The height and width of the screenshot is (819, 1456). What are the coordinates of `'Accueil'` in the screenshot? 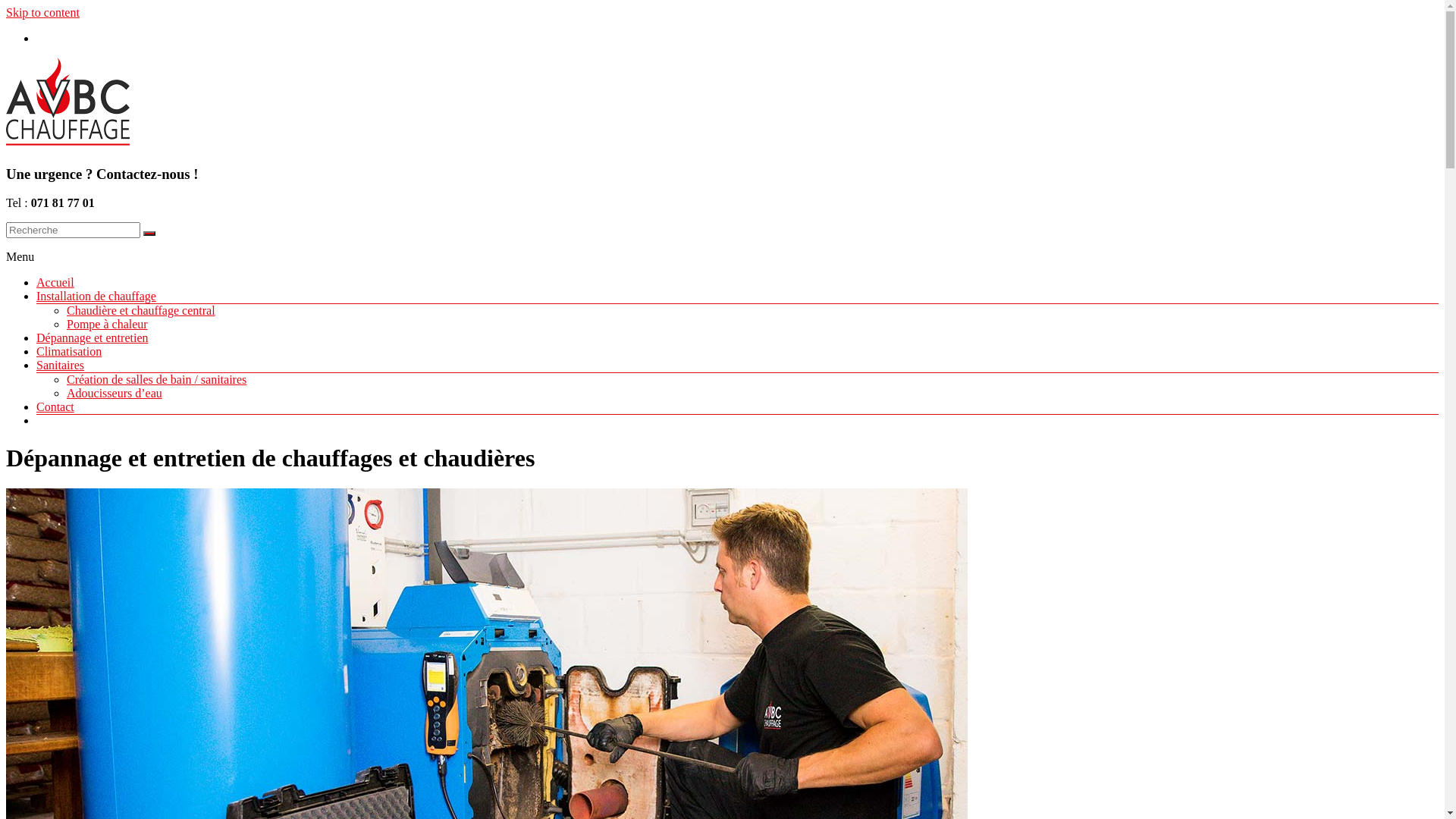 It's located at (55, 282).